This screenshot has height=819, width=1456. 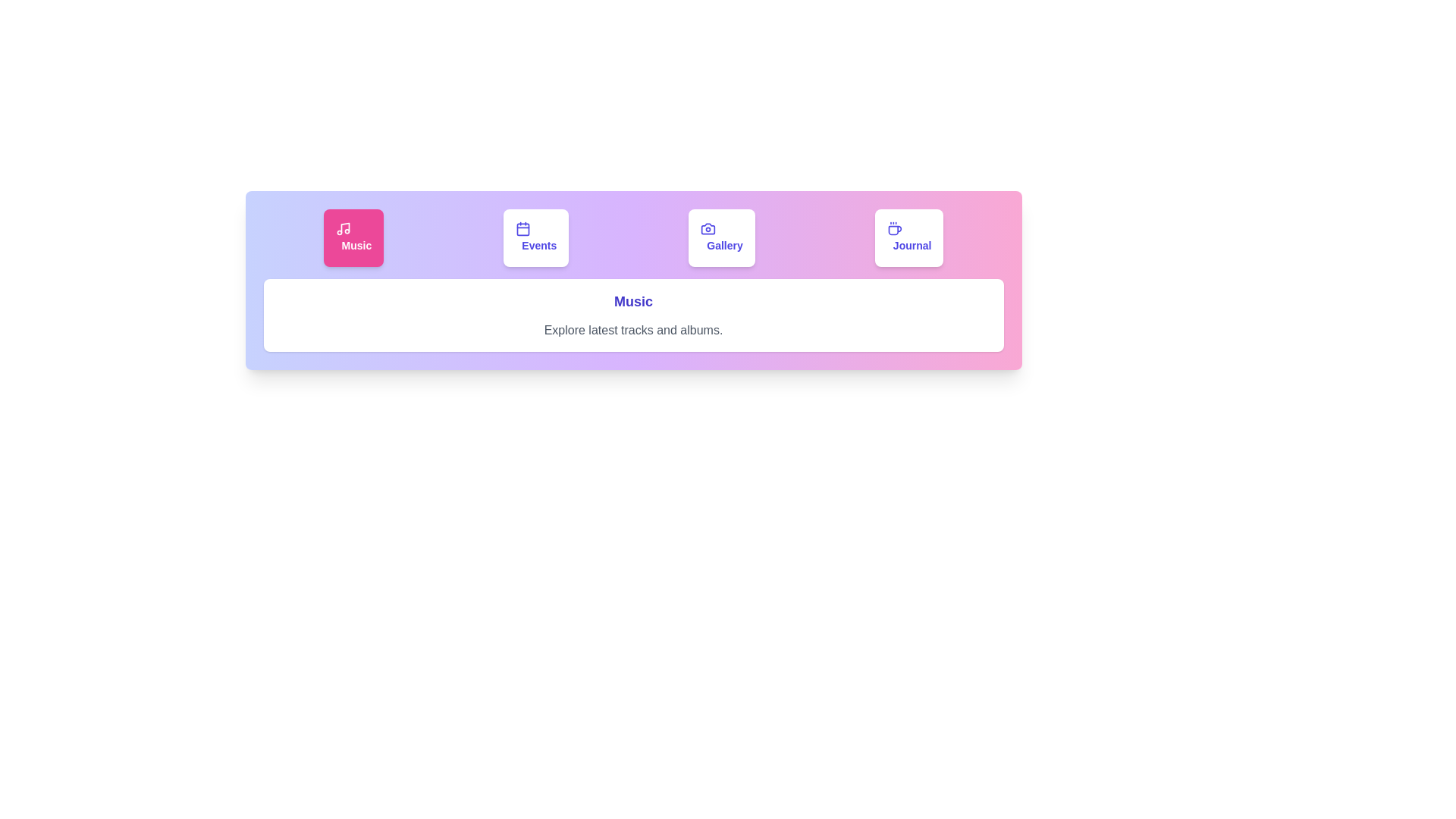 I want to click on the tab labeled Journal to select it, so click(x=909, y=237).